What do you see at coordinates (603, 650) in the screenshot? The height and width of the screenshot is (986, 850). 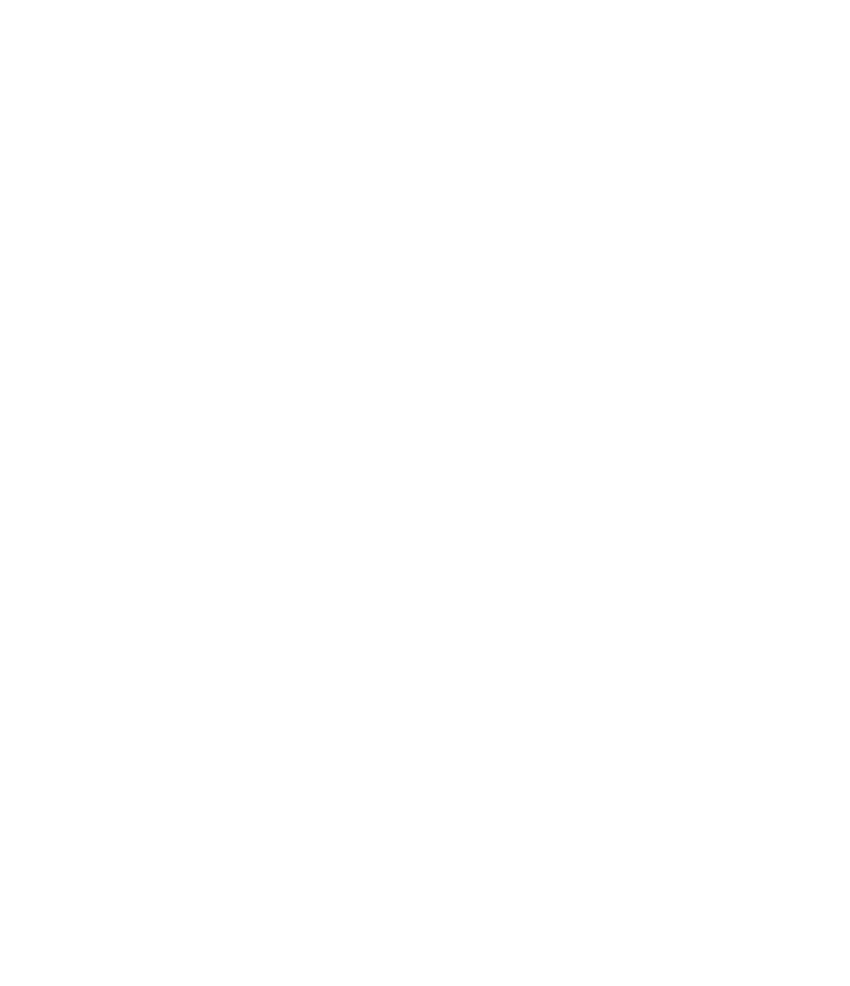 I see `'East Highland Way'` at bounding box center [603, 650].